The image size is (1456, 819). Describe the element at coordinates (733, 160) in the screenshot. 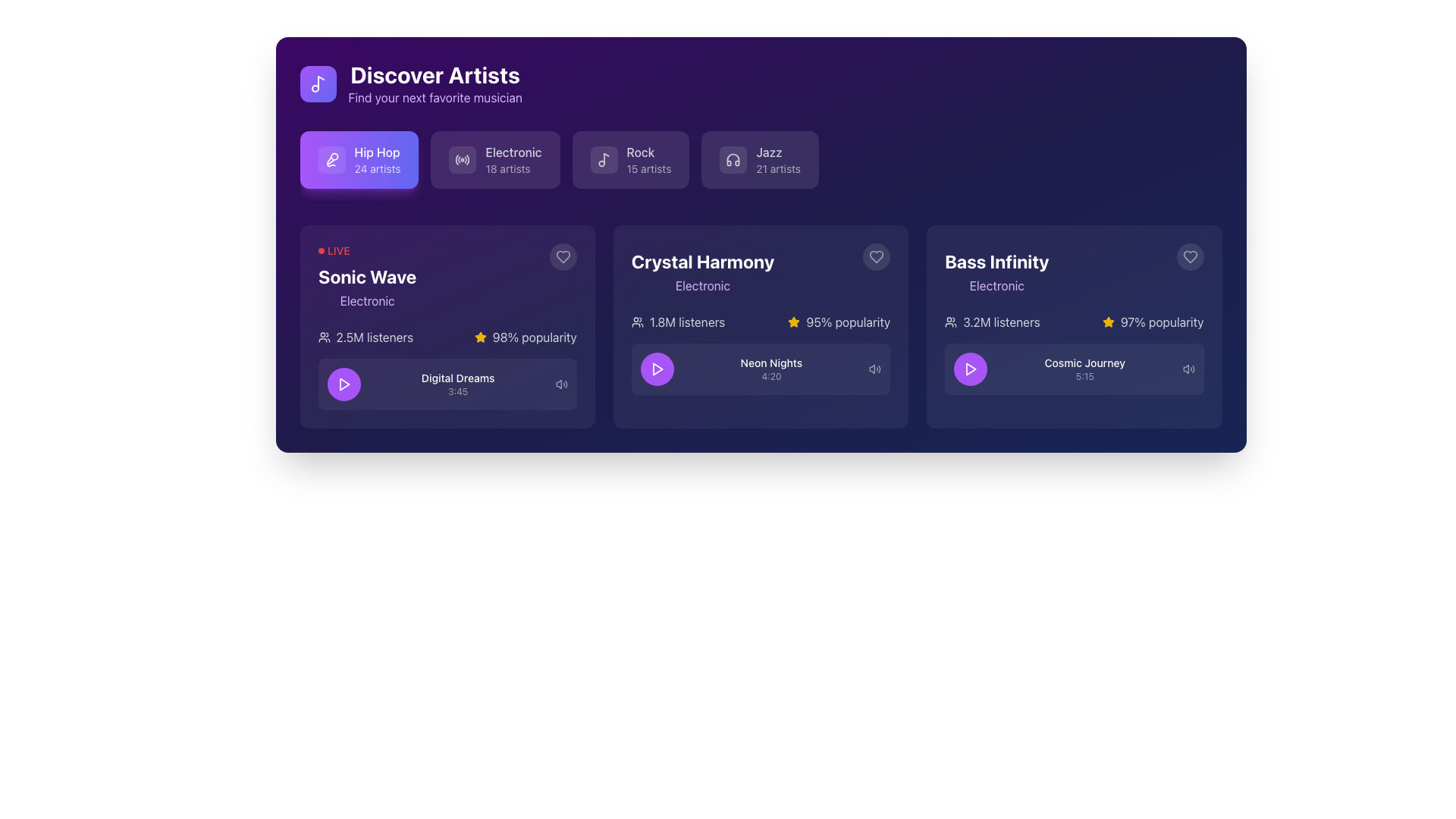

I see `the 'Jazz' music genre icon, which is the fourth button in the Discover Artists section, visually represented by an SVG vector graphic` at that location.